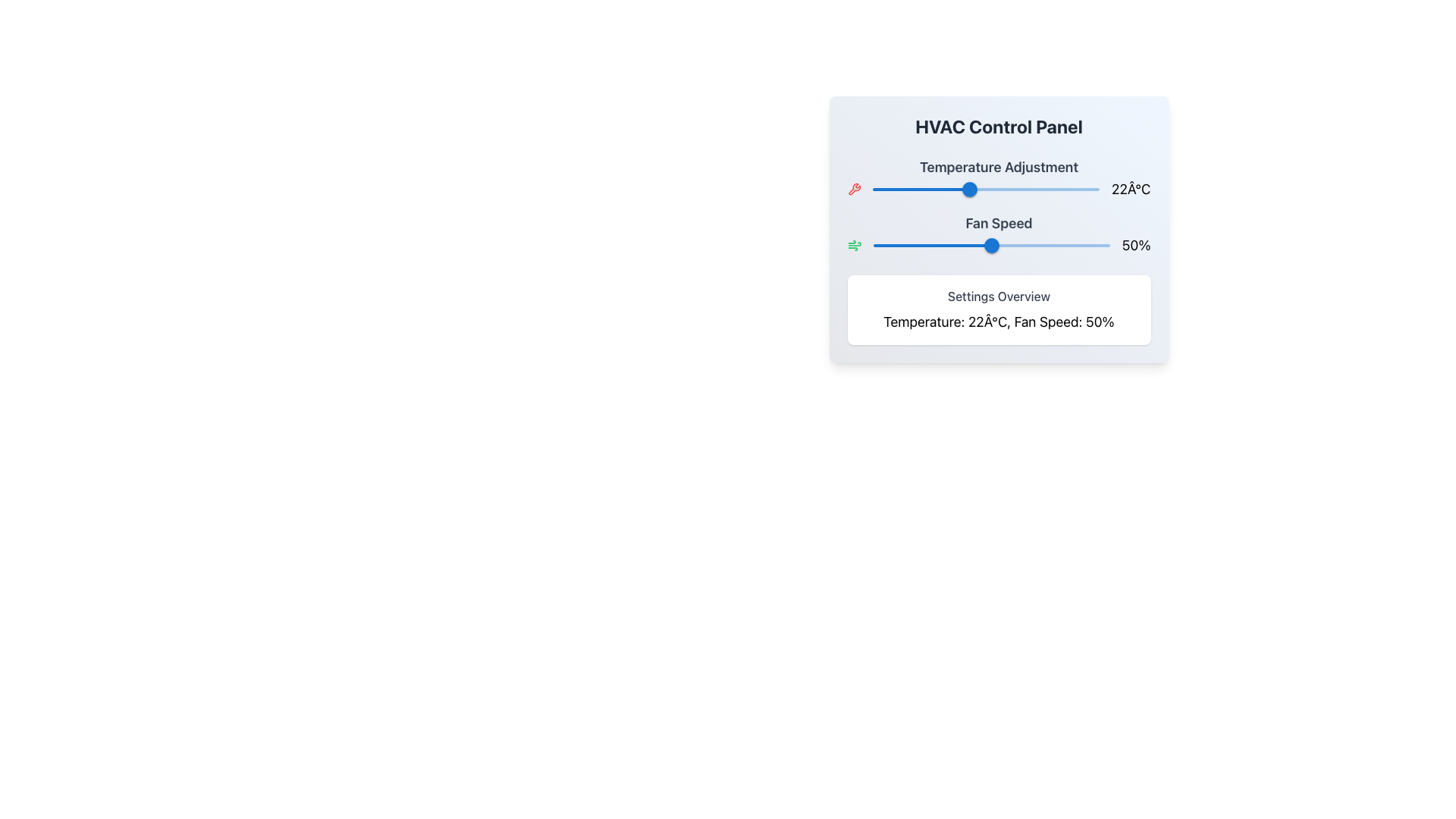 Image resolution: width=1456 pixels, height=819 pixels. I want to click on the fan speed, so click(910, 245).